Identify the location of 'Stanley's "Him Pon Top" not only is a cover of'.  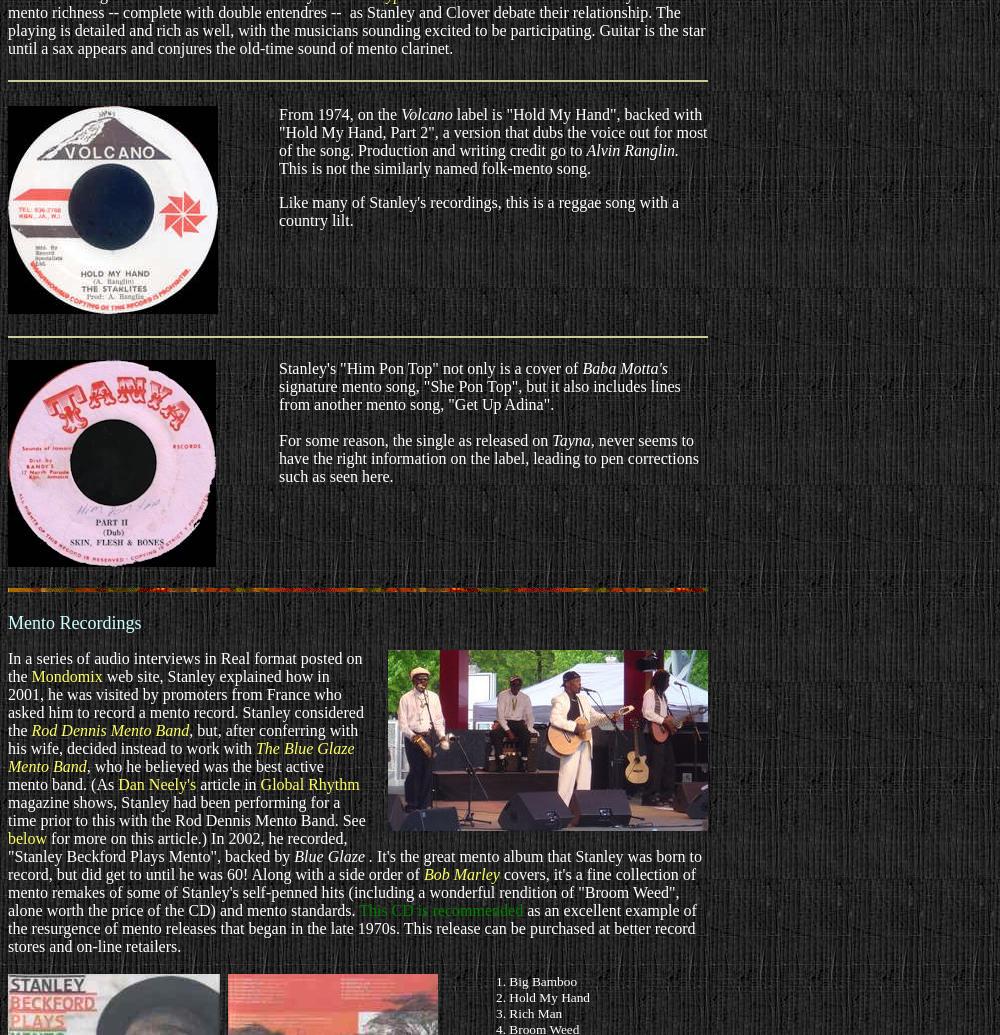
(430, 368).